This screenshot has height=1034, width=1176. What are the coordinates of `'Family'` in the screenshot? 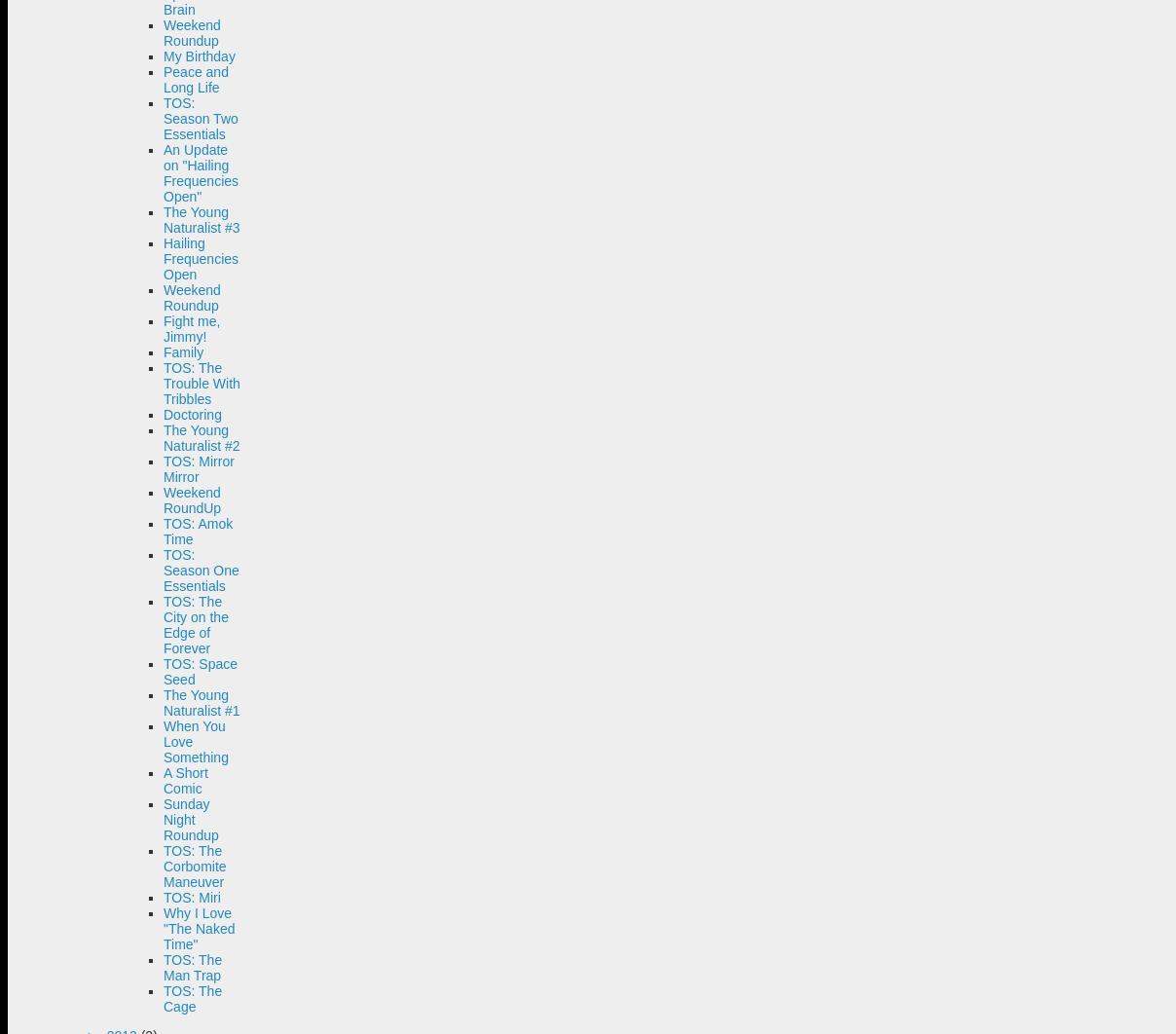 It's located at (183, 351).